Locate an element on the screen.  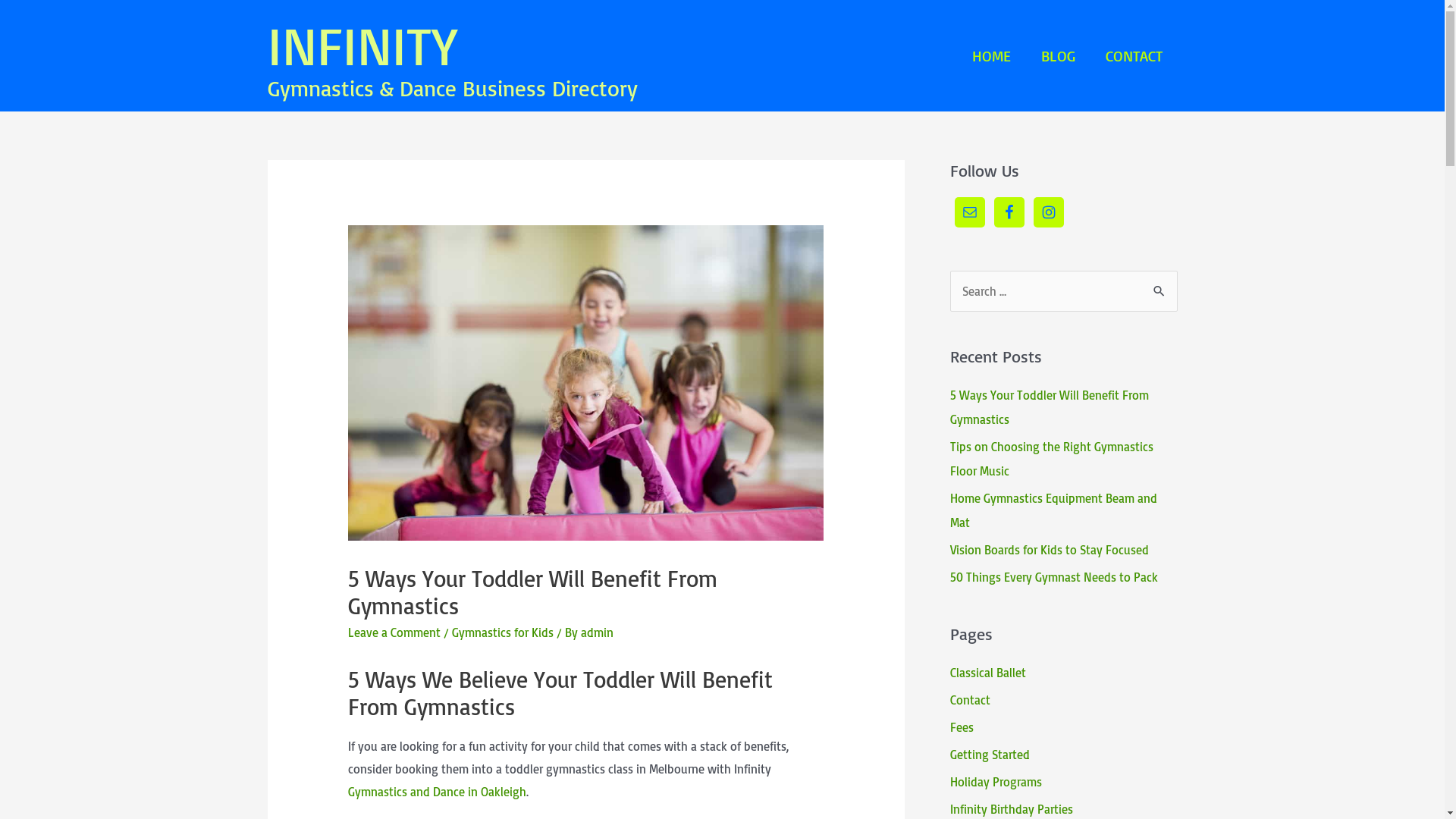
'Gymnastics and Dance in Oakleigh' is located at coordinates (347, 791).